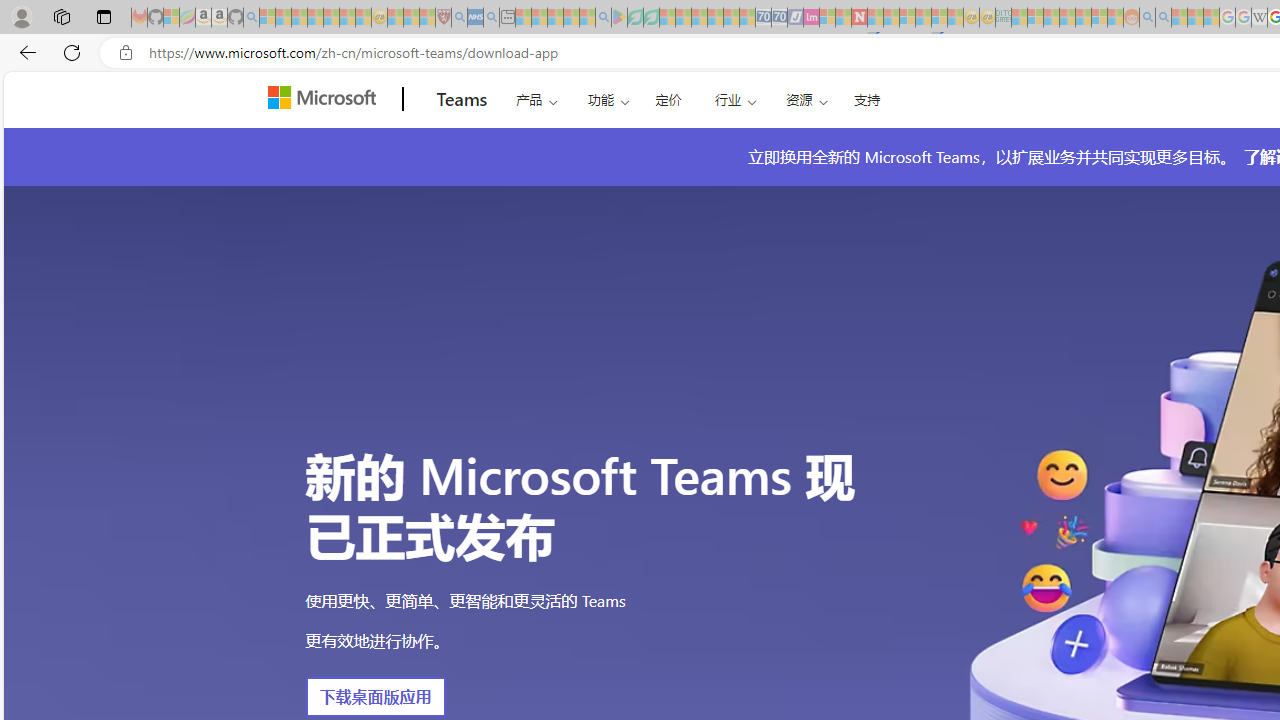 The width and height of the screenshot is (1280, 720). I want to click on 'Bluey: Let', so click(618, 17).